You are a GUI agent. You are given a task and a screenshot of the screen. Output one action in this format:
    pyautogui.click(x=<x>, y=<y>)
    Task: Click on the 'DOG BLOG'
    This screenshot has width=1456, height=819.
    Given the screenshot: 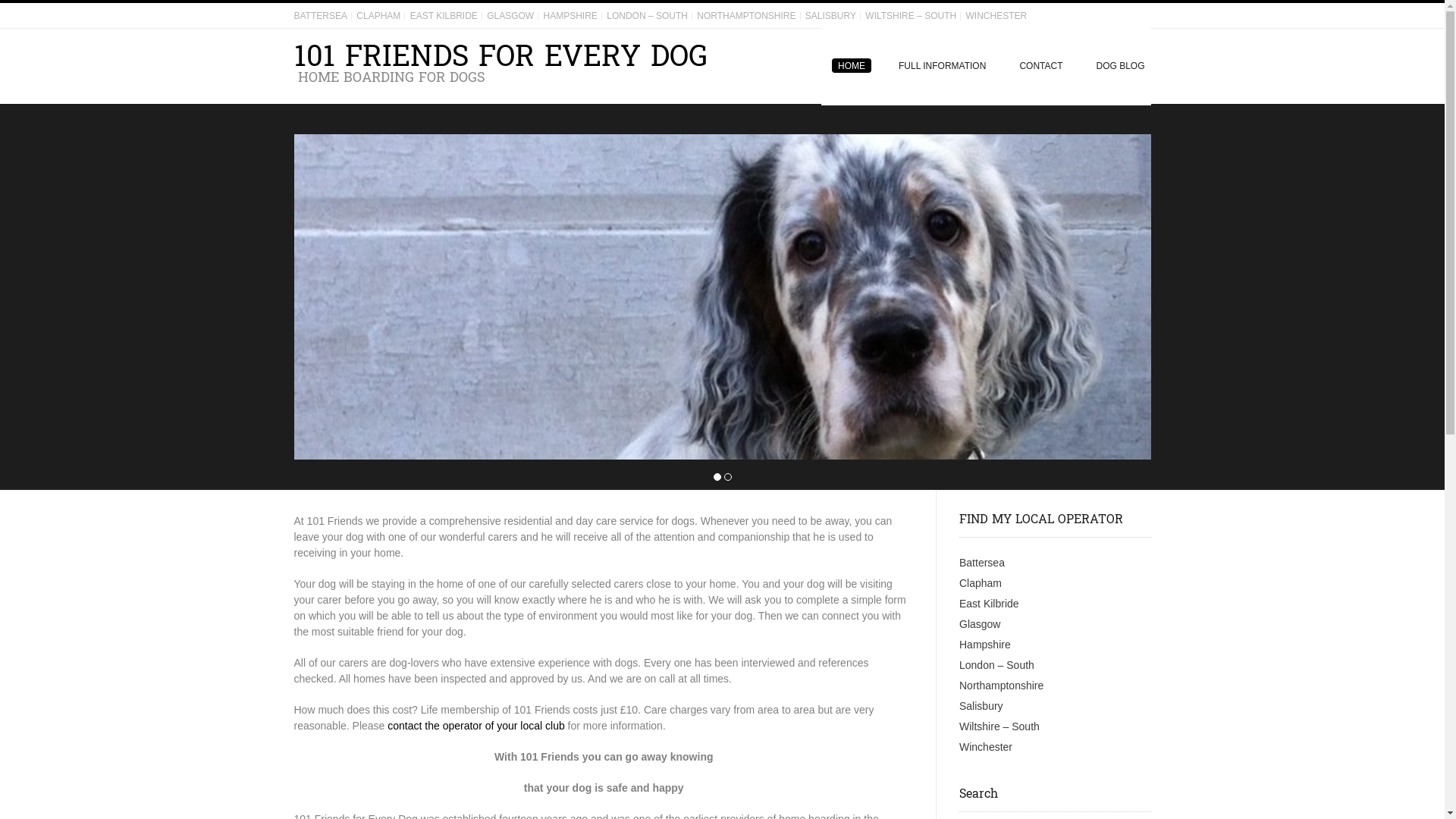 What is the action you would take?
    pyautogui.click(x=1114, y=65)
    